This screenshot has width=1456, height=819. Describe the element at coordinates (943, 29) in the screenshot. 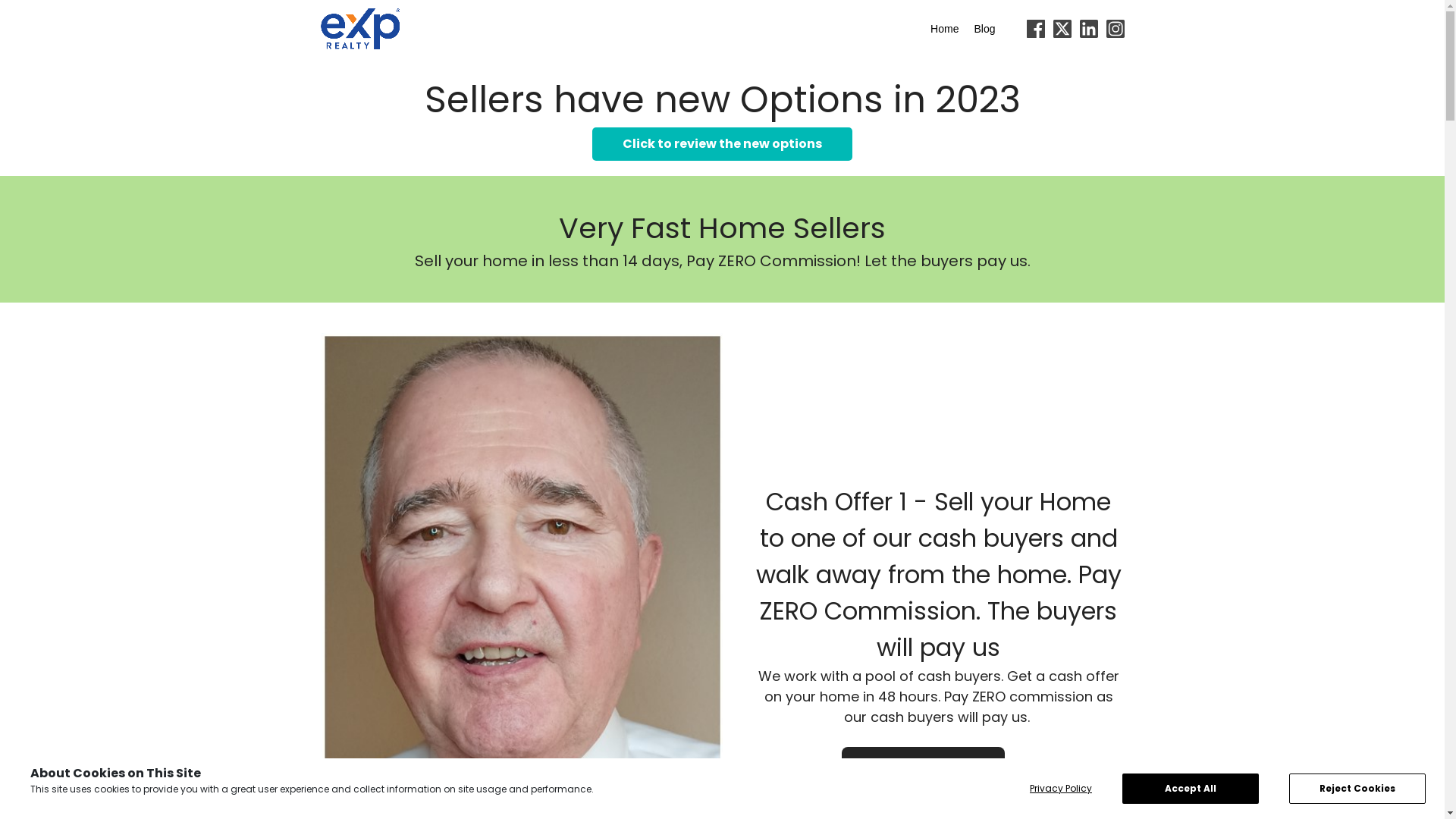

I see `'Home'` at that location.